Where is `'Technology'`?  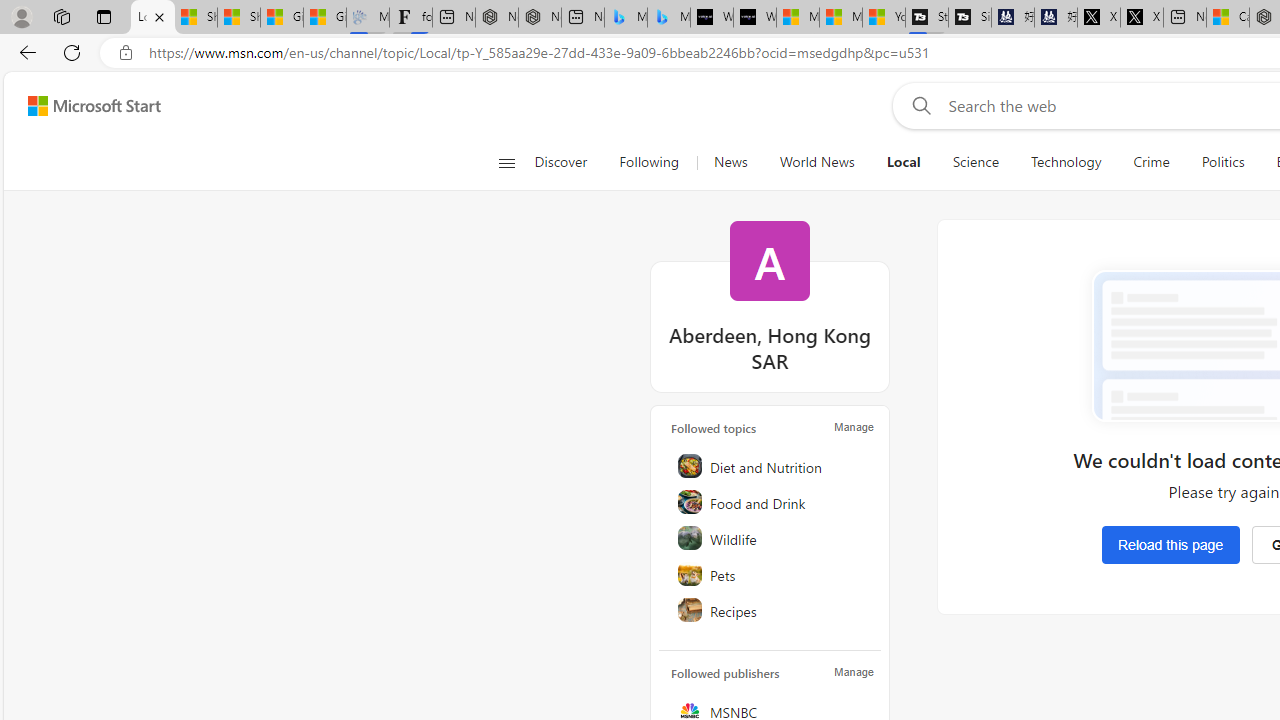
'Technology' is located at coordinates (1064, 162).